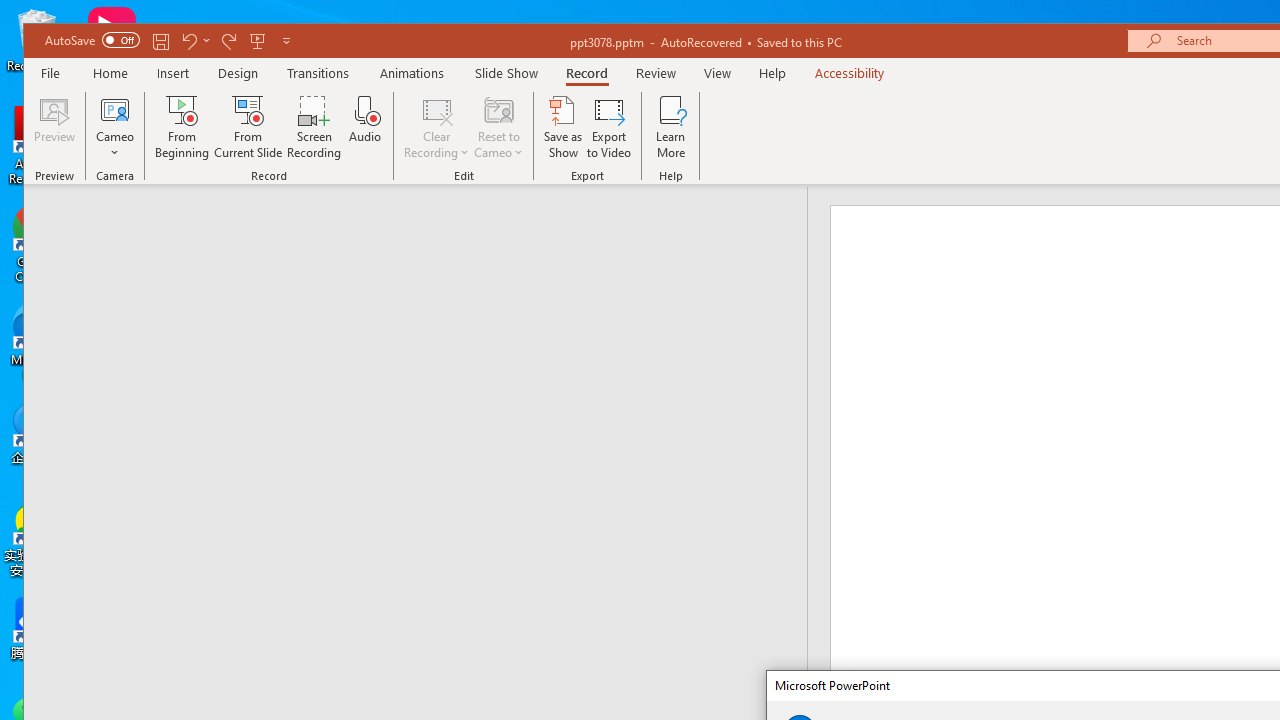  I want to click on 'Reset to Cameo', so click(499, 127).